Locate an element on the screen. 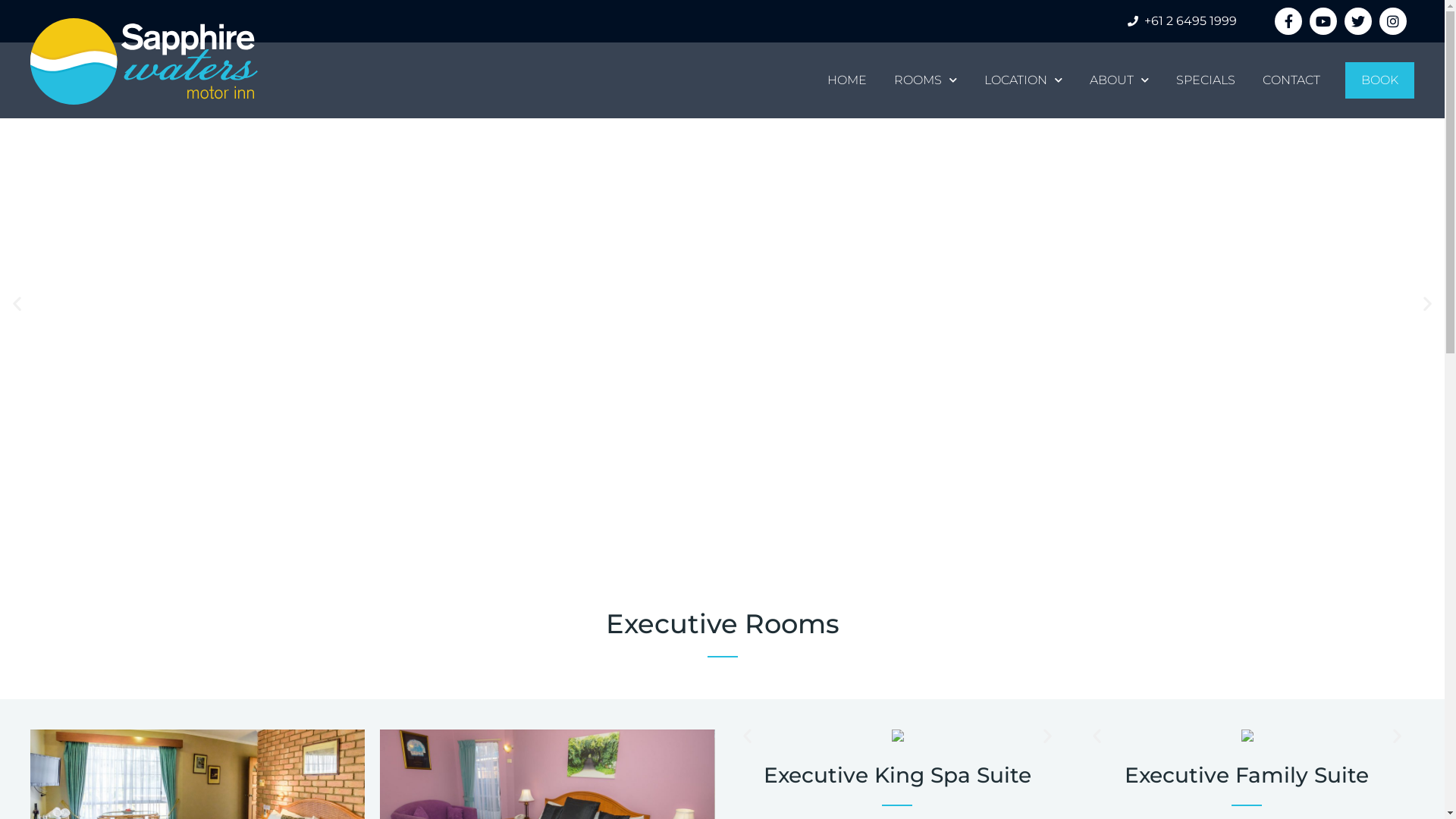 The height and width of the screenshot is (819, 1456). 'HOME' is located at coordinates (846, 80).